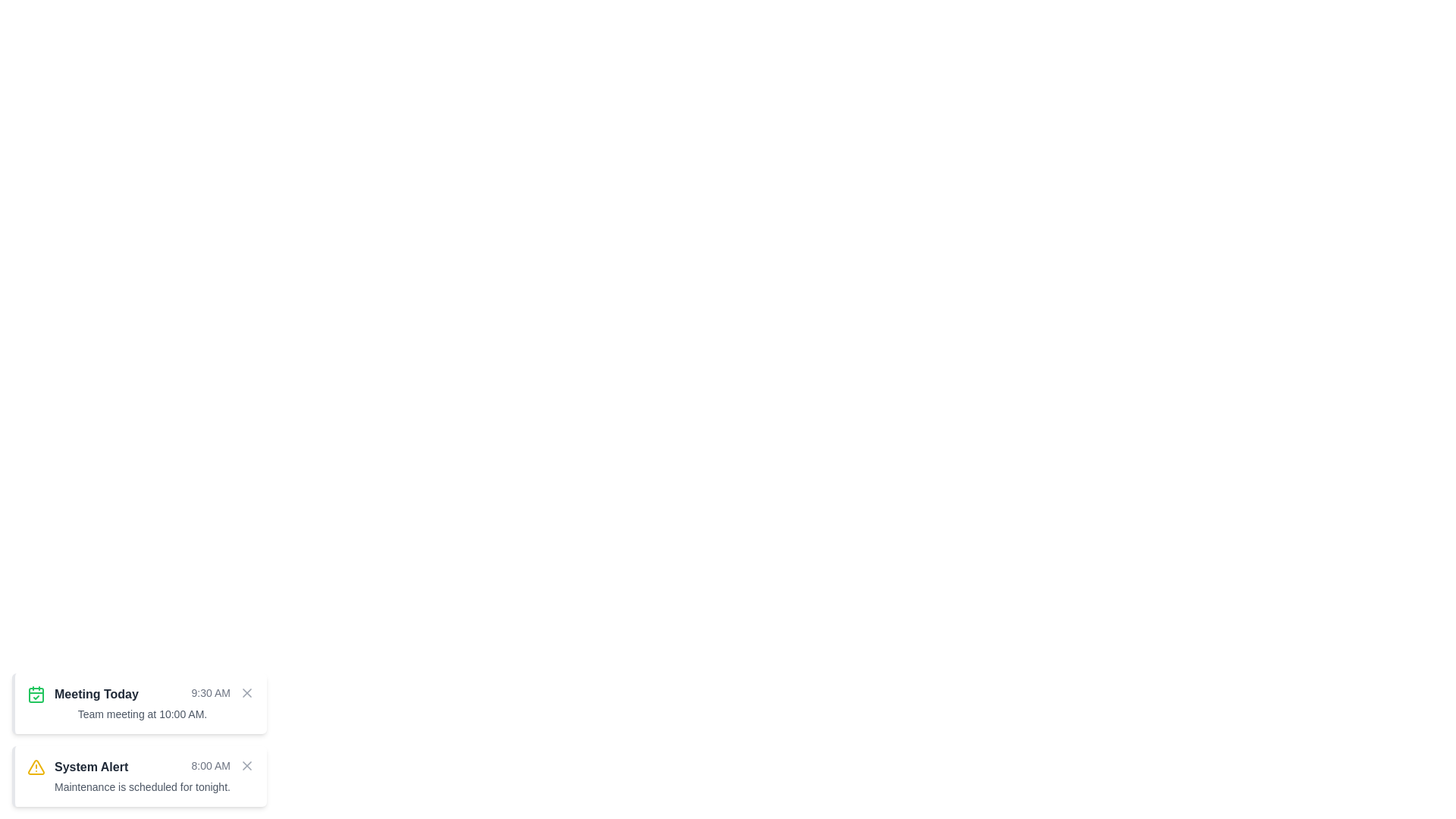  What do you see at coordinates (142, 776) in the screenshot?
I see `information presented in the 'System Alert' notification card, which includes the timestamp '8:00 AM' and the message 'Maintenance is scheduled for tonight.'` at bounding box center [142, 776].